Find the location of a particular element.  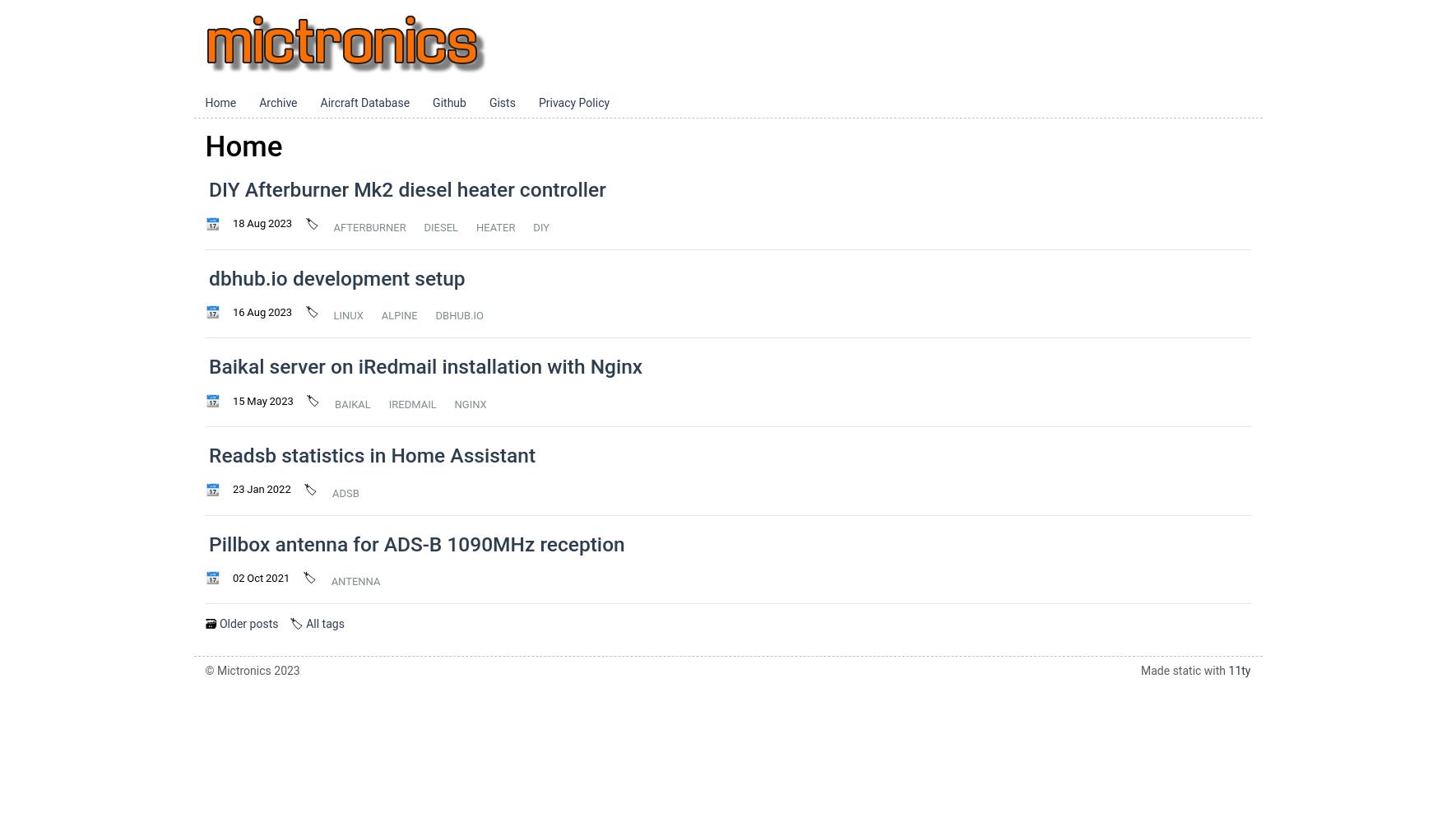

'Archive' is located at coordinates (277, 103).